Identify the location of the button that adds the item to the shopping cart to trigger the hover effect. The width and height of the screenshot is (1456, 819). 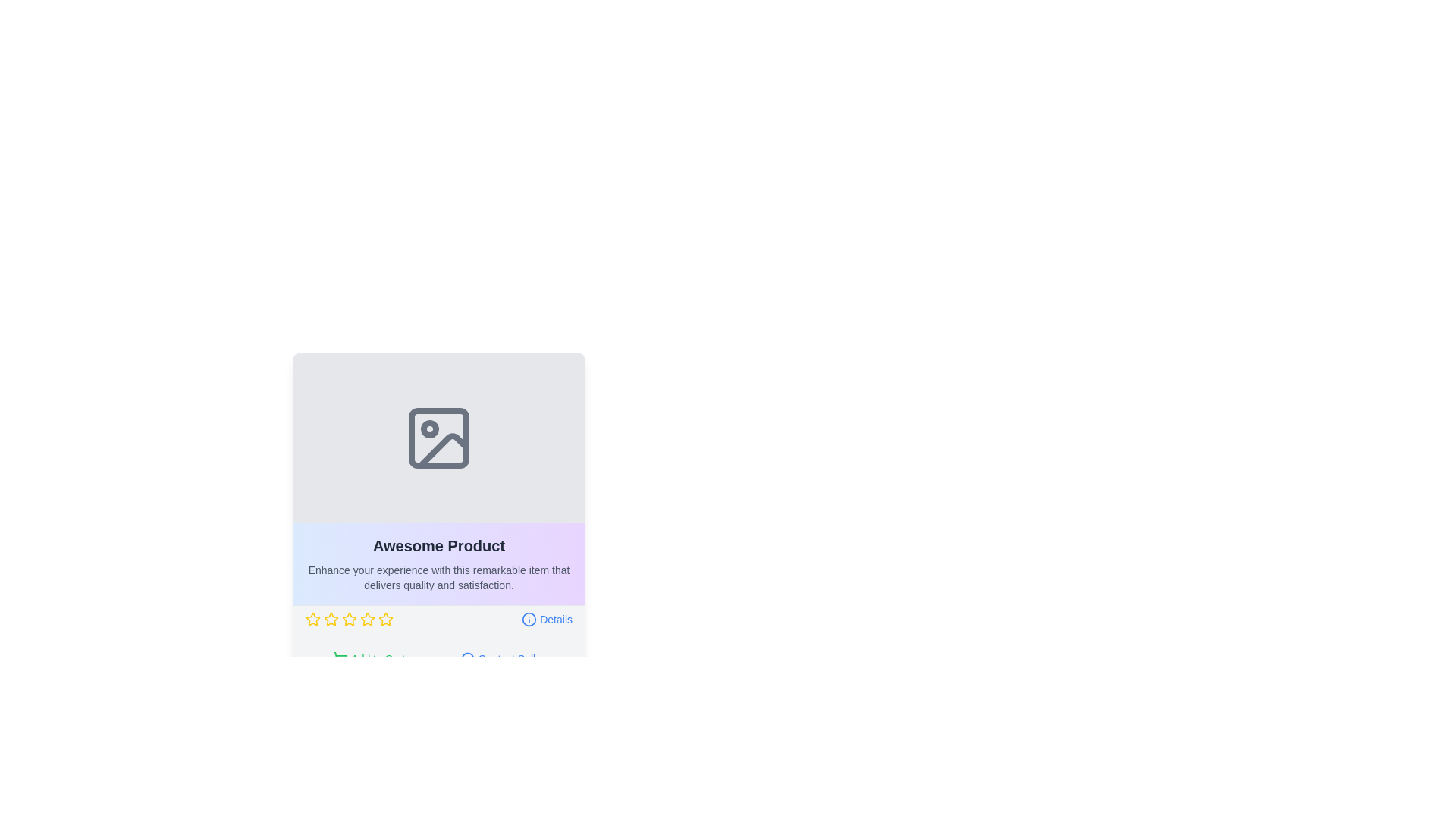
(369, 657).